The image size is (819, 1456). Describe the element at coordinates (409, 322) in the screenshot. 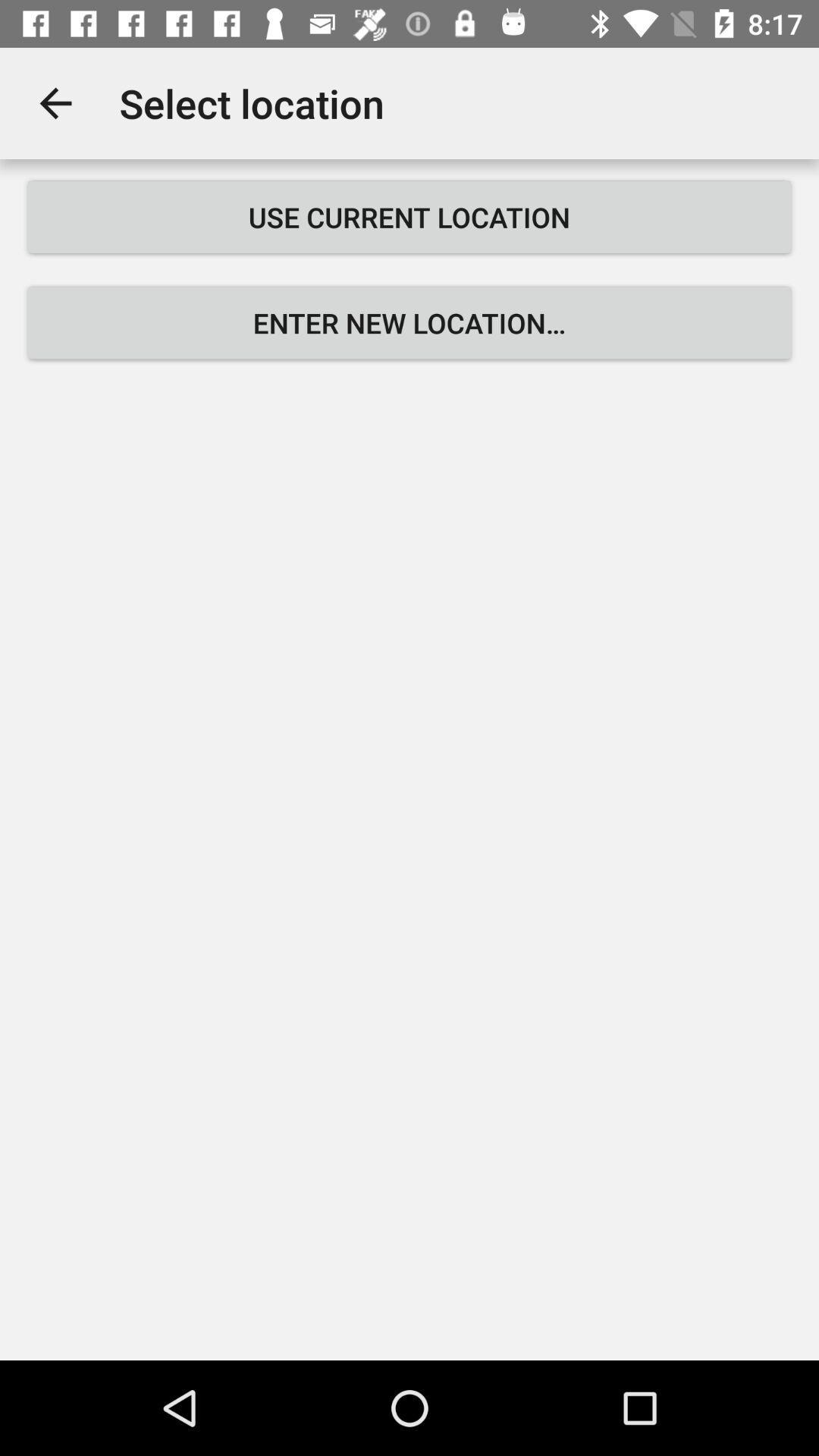

I see `icon below use current location item` at that location.